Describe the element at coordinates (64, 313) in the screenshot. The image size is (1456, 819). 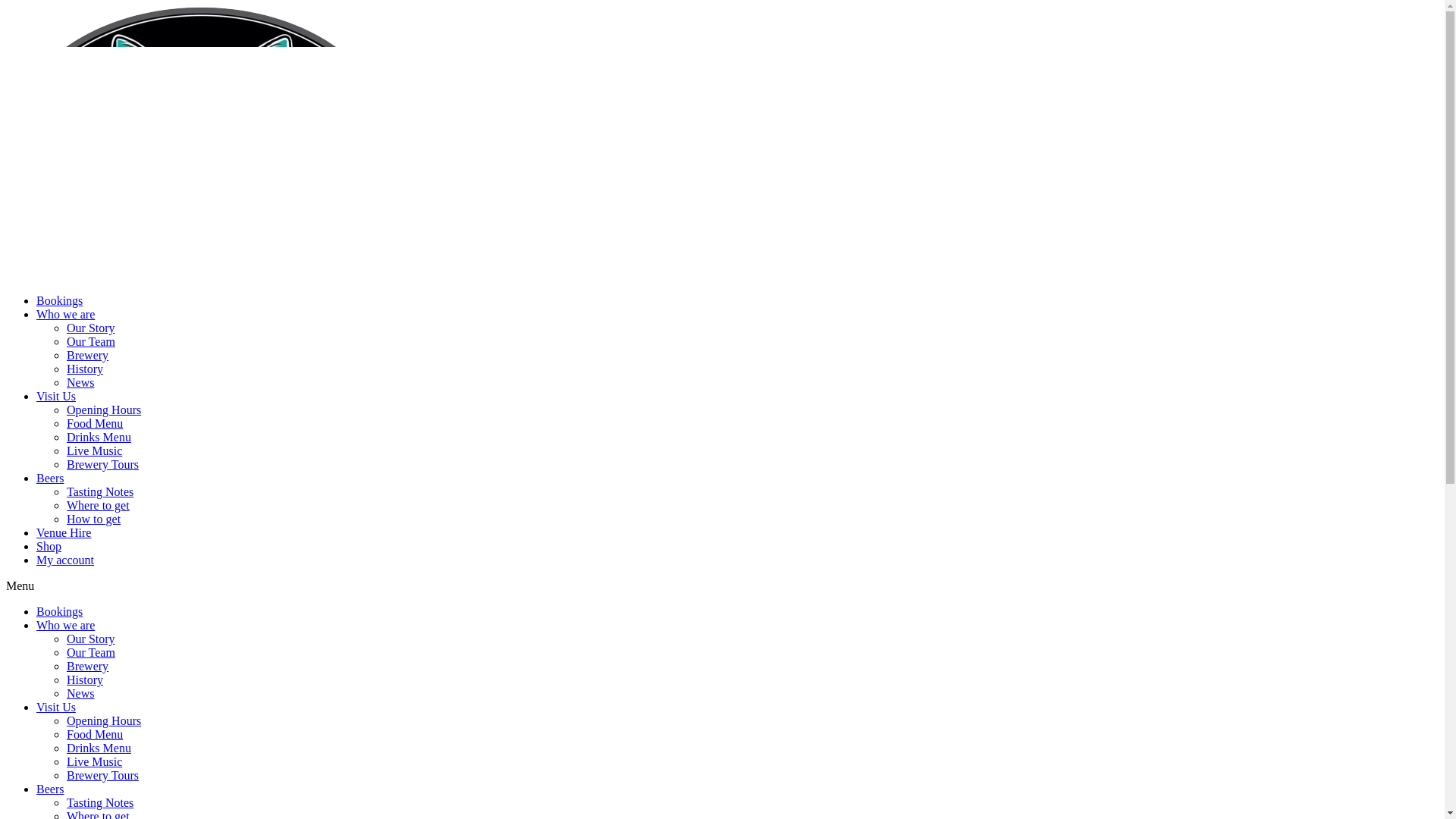
I see `'Who we are'` at that location.